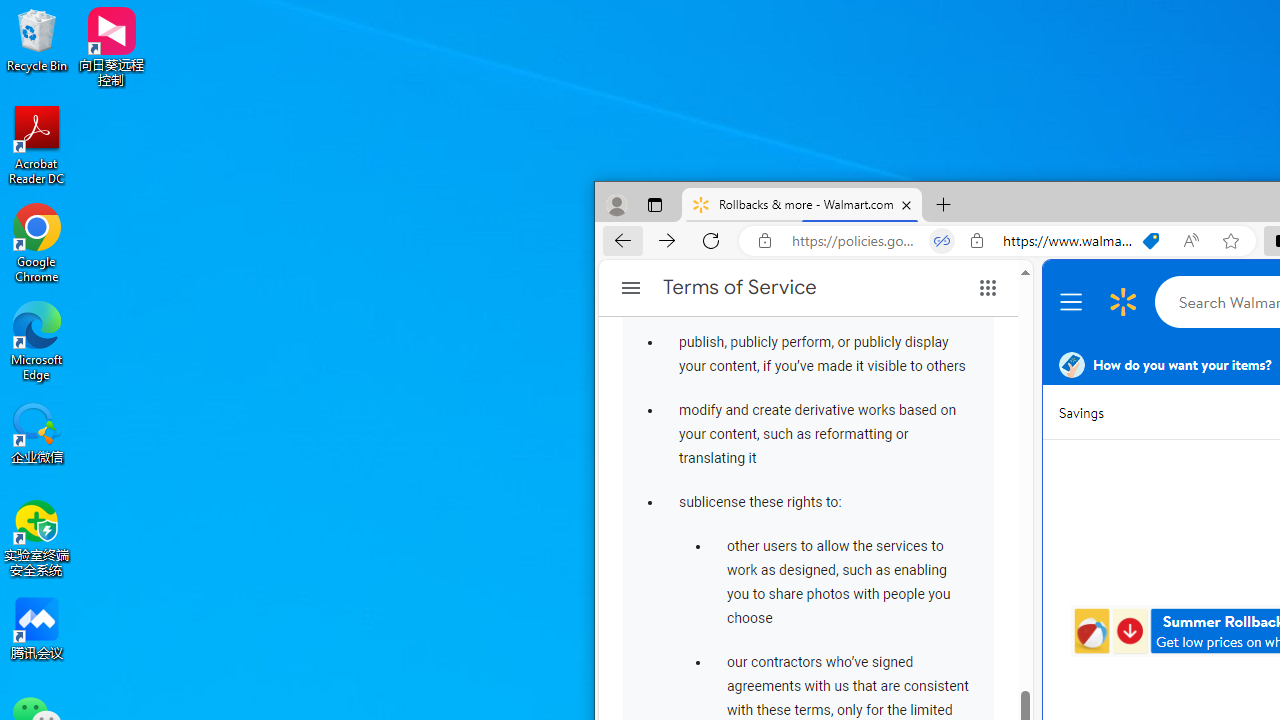 This screenshot has height=720, width=1280. Describe the element at coordinates (1079, 411) in the screenshot. I see `'Savings'` at that location.